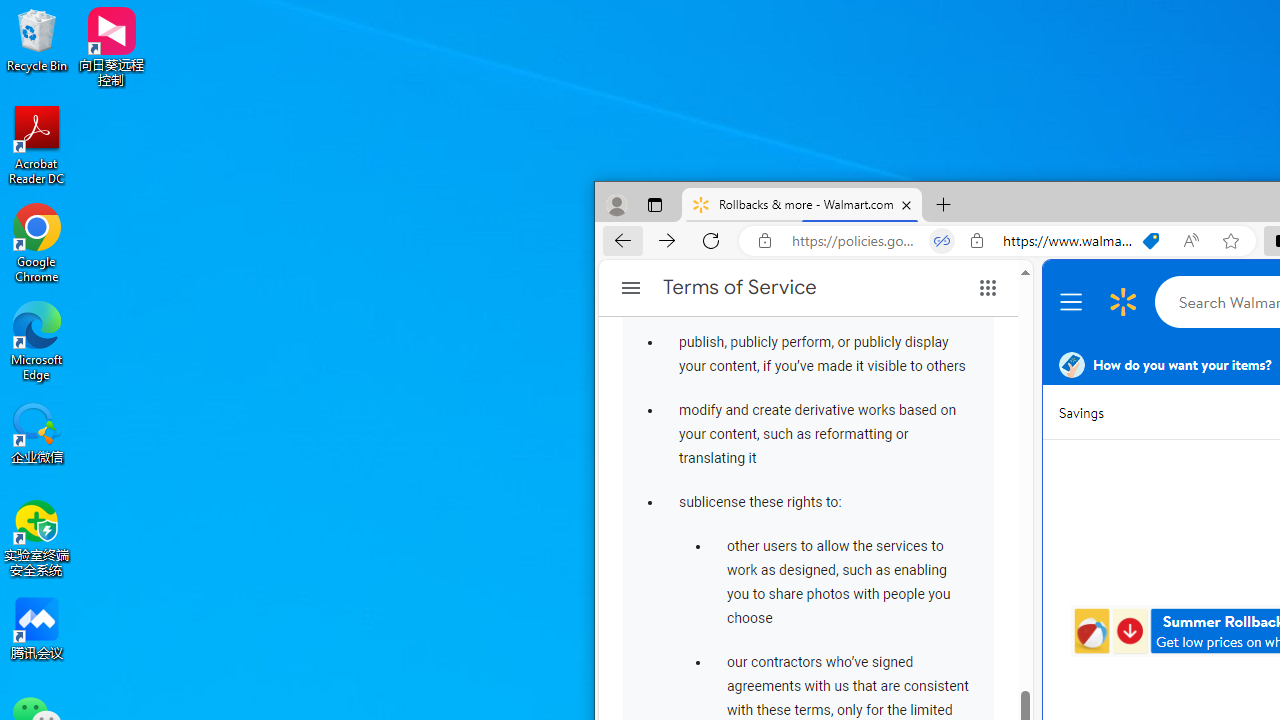 This screenshot has height=720, width=1280. Describe the element at coordinates (1079, 411) in the screenshot. I see `'Savings'` at that location.